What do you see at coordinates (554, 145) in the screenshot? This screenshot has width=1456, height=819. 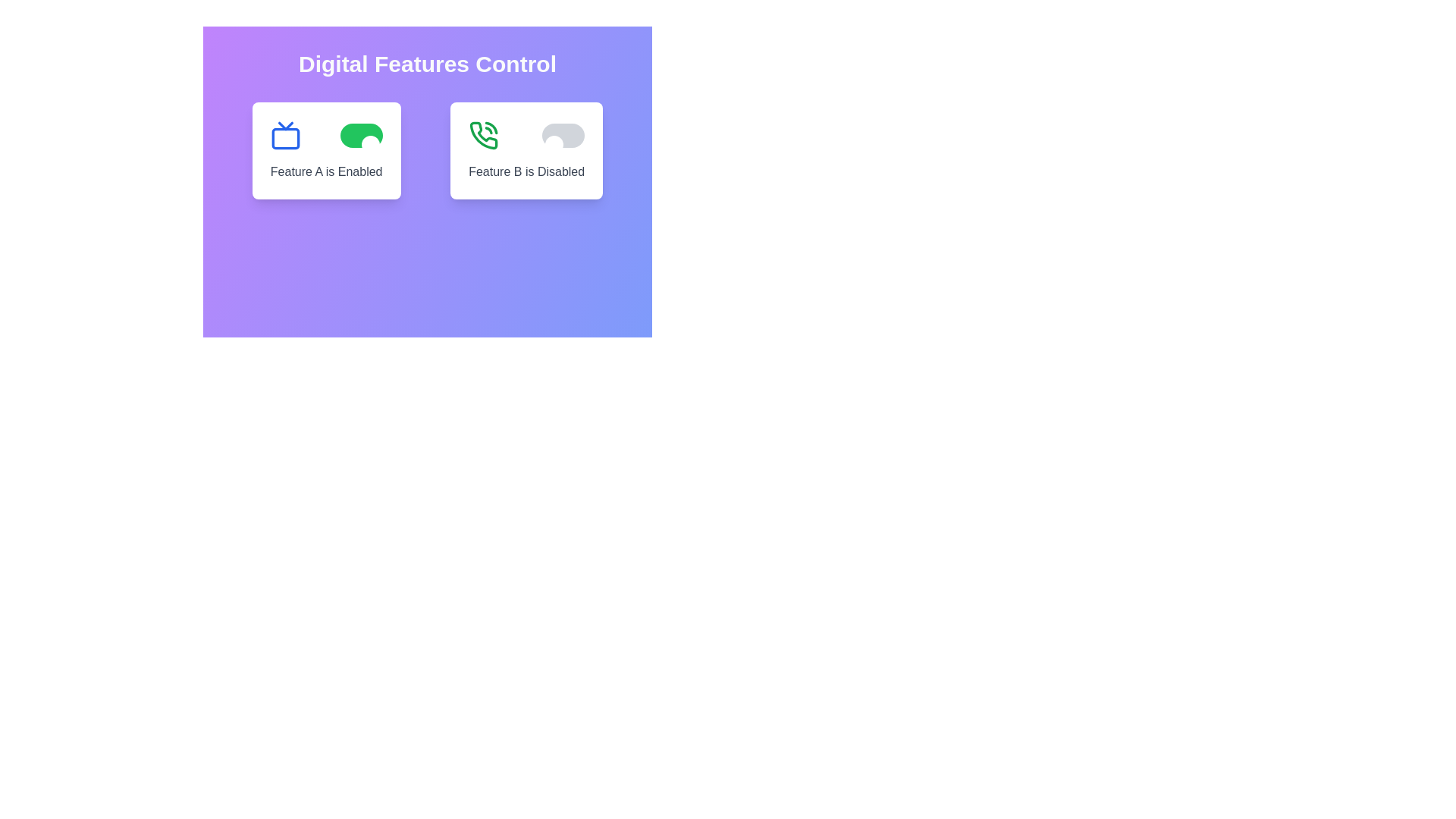 I see `the toggle knob of the switch component within the card labeled 'Feature B is Disabled'` at bounding box center [554, 145].